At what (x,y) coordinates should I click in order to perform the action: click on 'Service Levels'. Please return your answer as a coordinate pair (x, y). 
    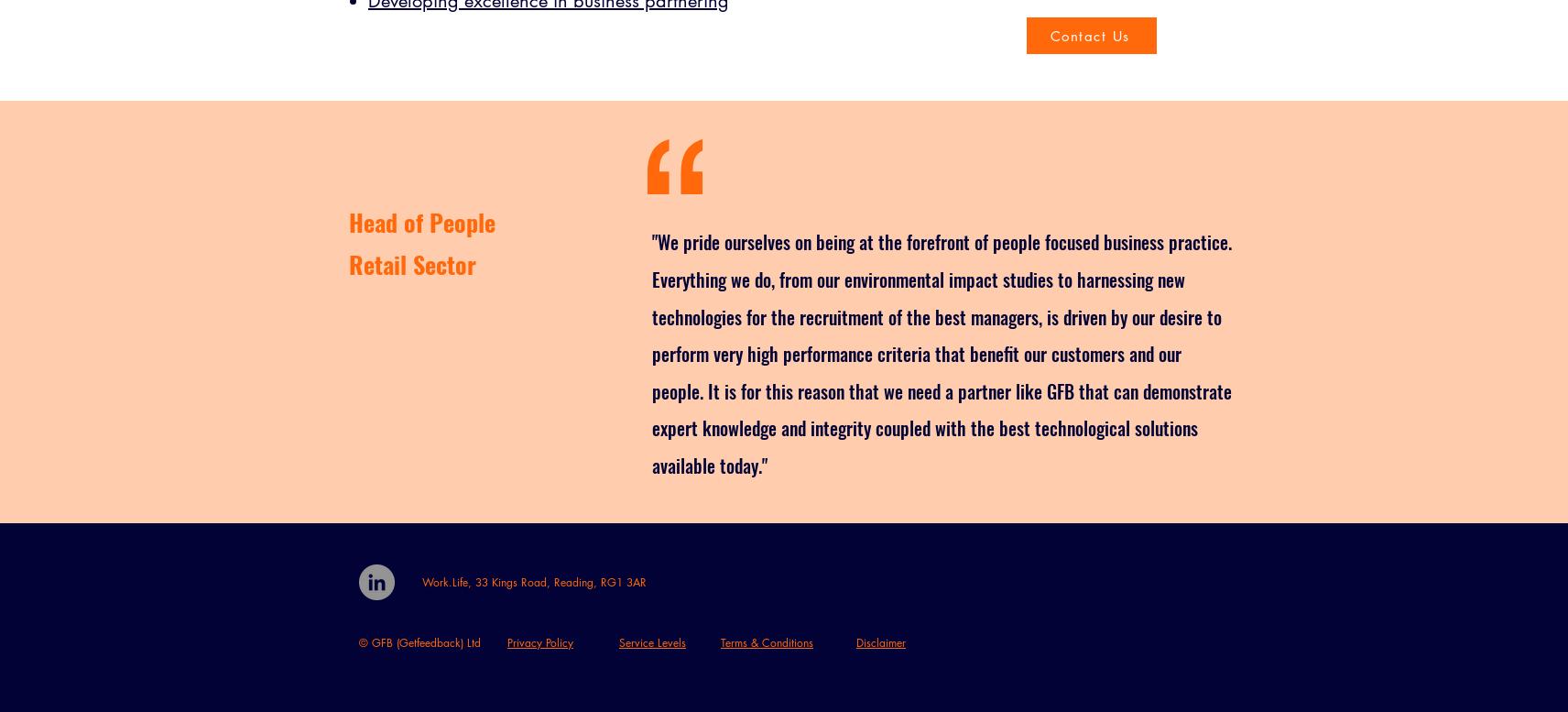
    Looking at the image, I should click on (652, 641).